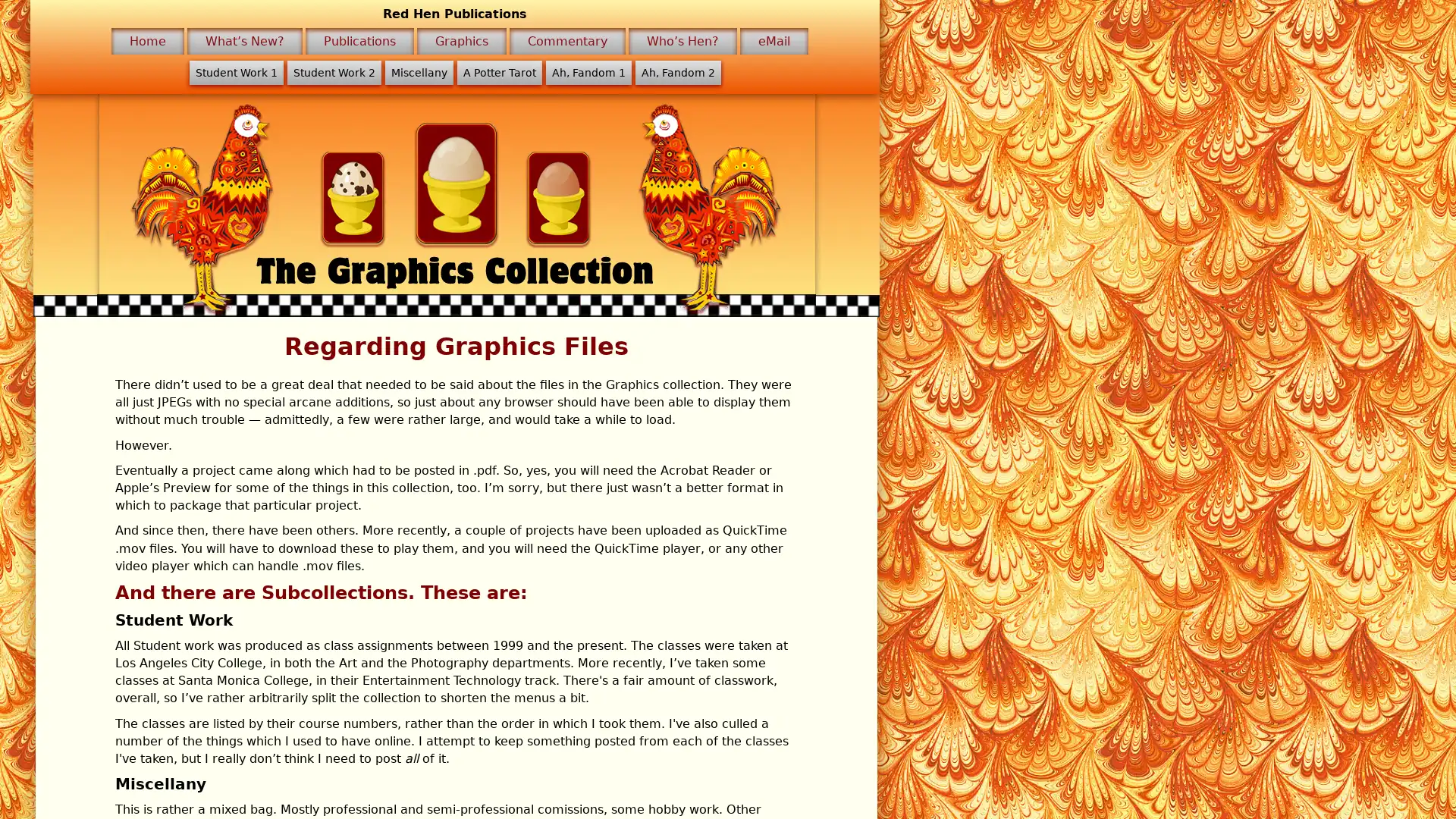 The height and width of the screenshot is (819, 1456). I want to click on Student Work 1, so click(235, 73).